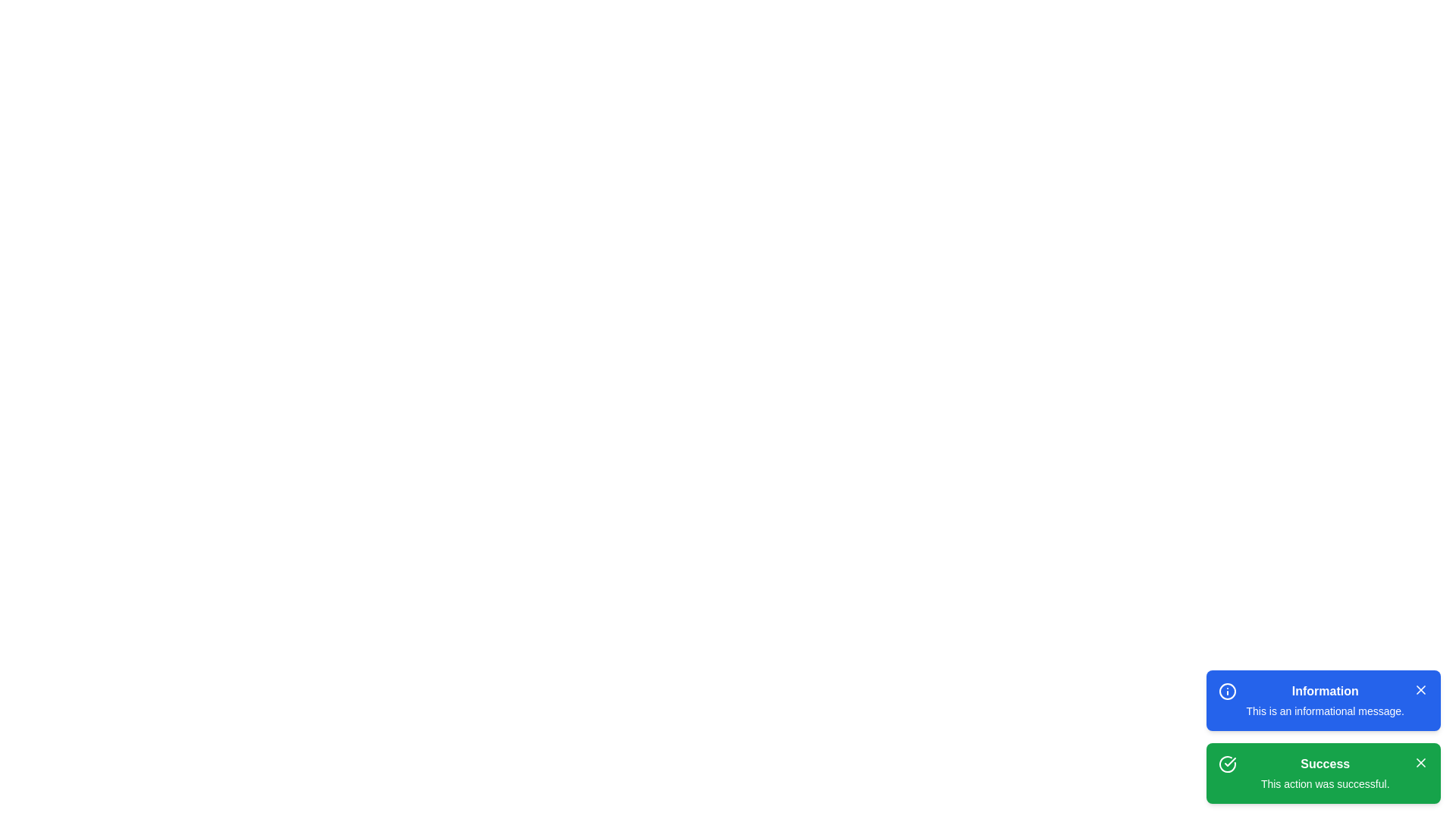  I want to click on the Close Button located at the top right corner of the green notification box, so click(1420, 763).